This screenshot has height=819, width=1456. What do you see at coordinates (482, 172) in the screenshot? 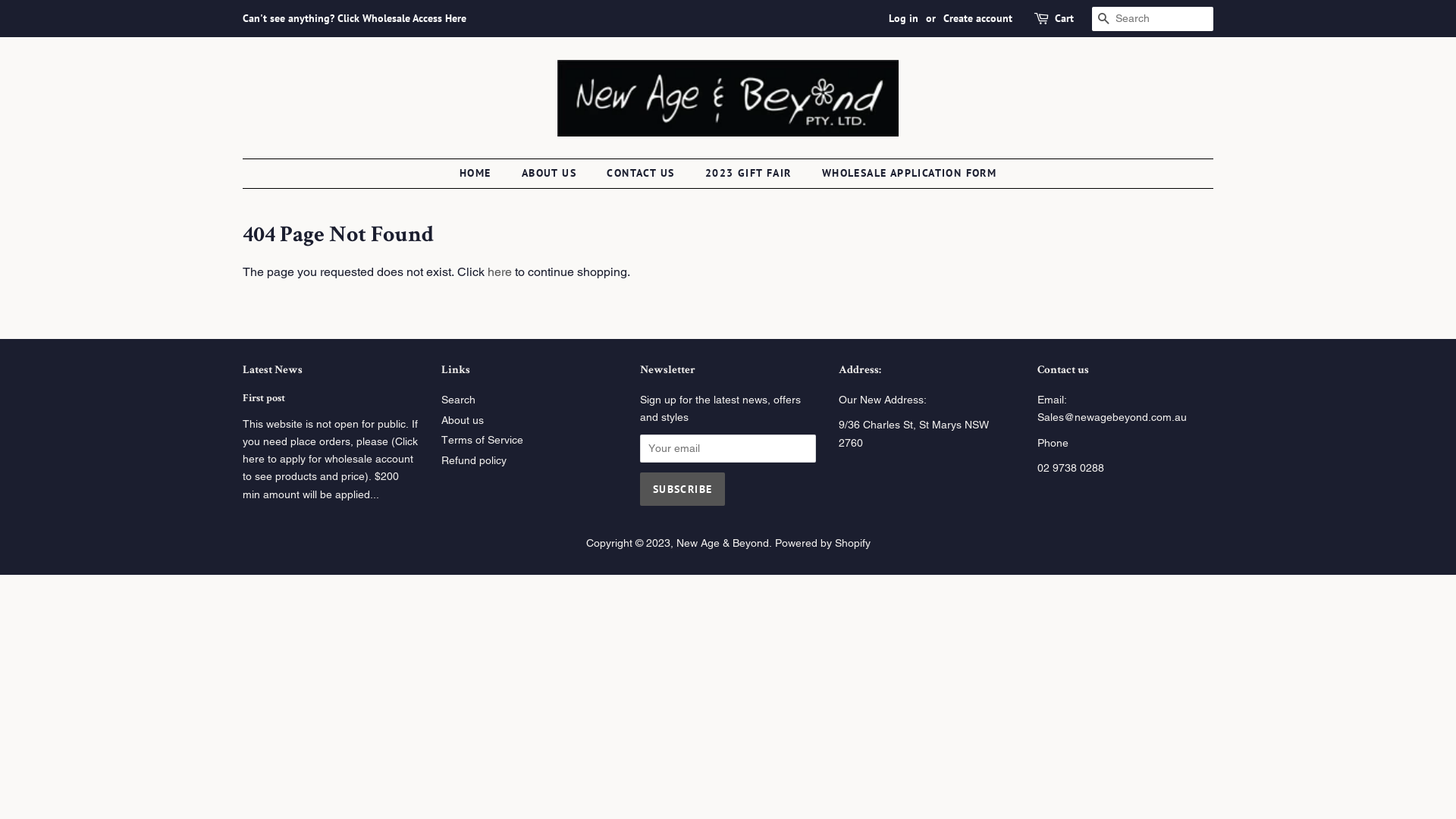
I see `'HOME'` at bounding box center [482, 172].